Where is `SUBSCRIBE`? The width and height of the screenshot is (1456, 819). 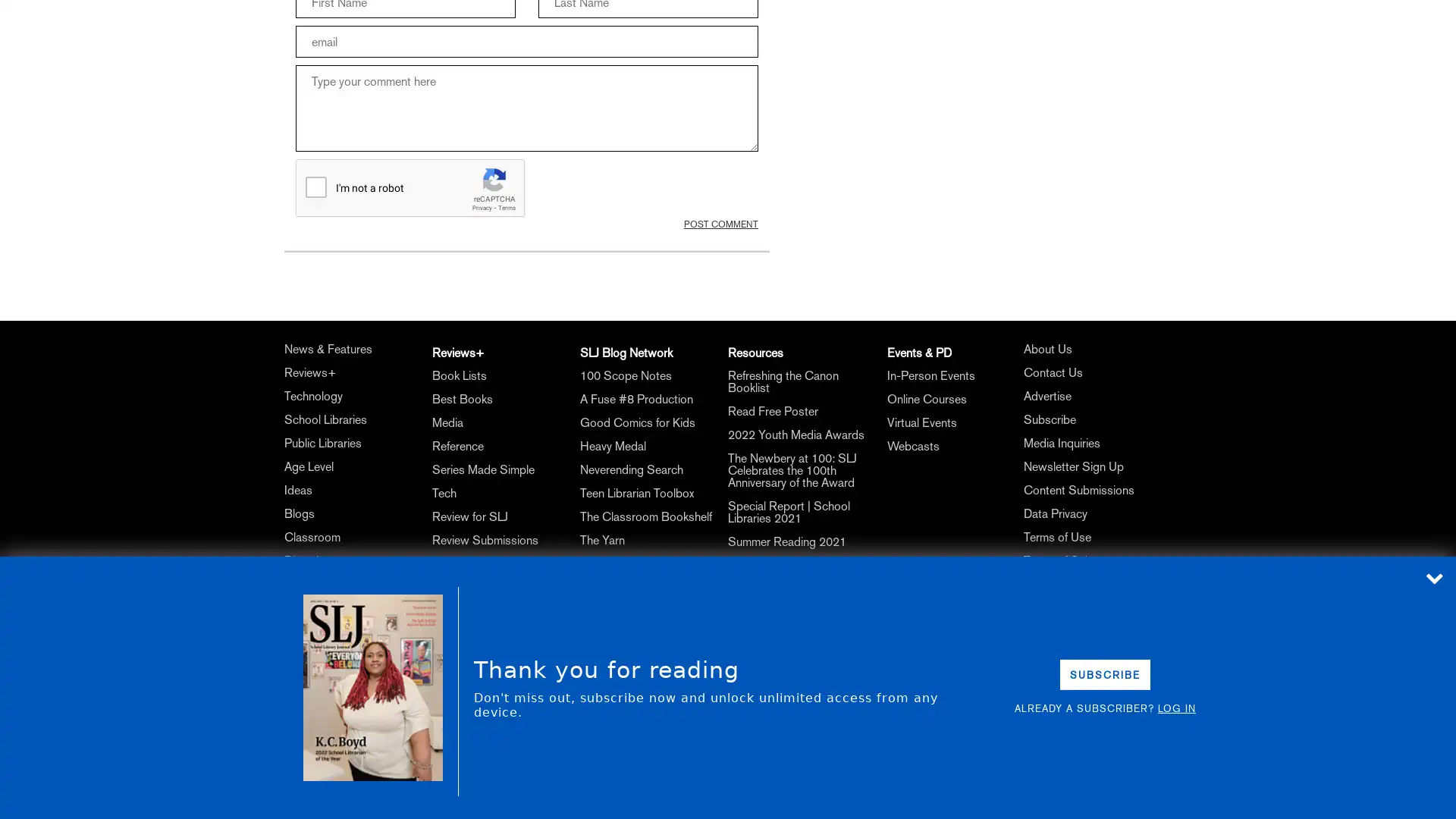 SUBSCRIBE is located at coordinates (1105, 673).